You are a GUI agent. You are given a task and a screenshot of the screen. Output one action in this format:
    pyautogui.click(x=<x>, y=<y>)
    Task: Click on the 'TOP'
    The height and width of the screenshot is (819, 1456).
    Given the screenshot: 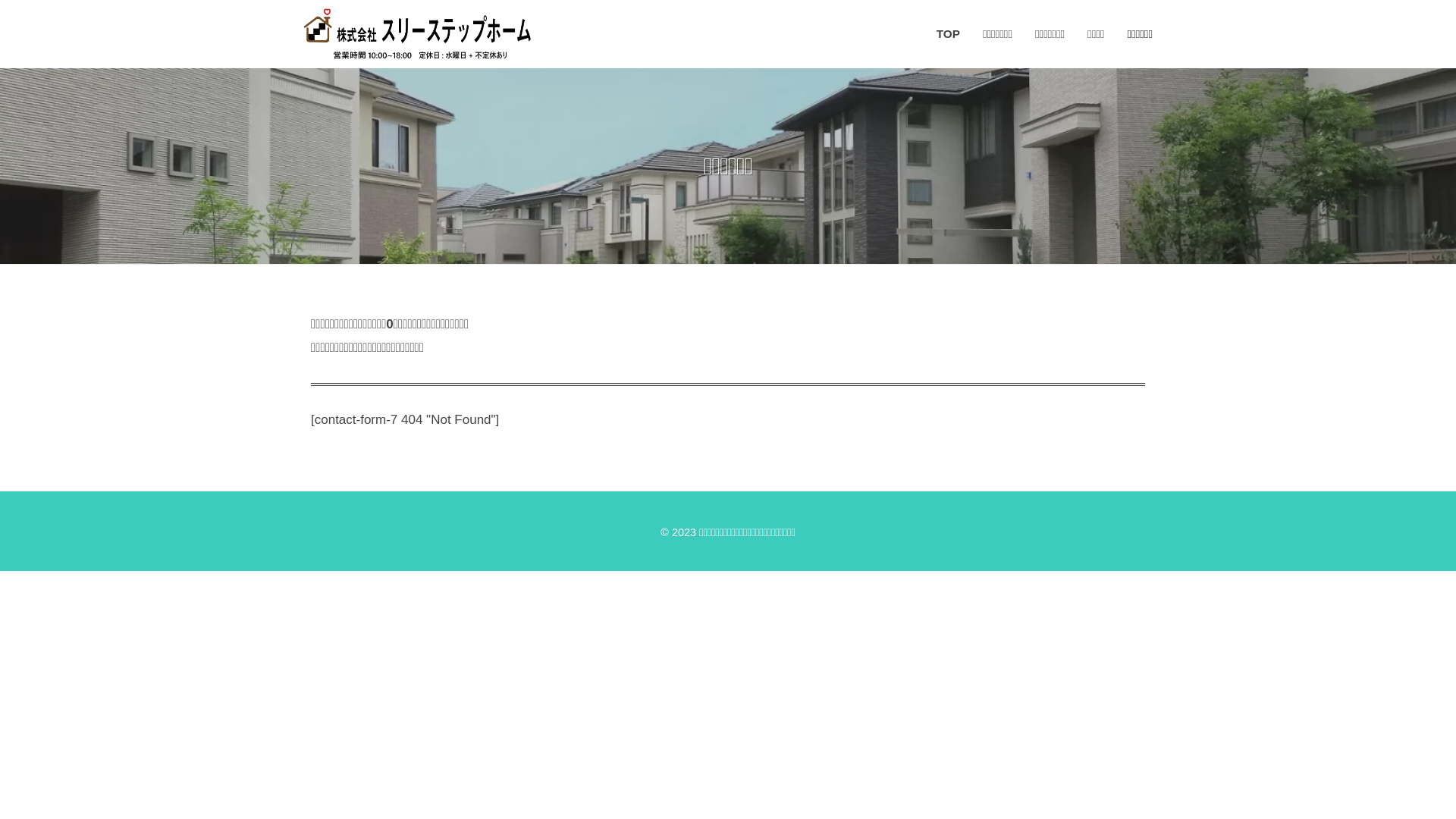 What is the action you would take?
    pyautogui.click(x=935, y=34)
    